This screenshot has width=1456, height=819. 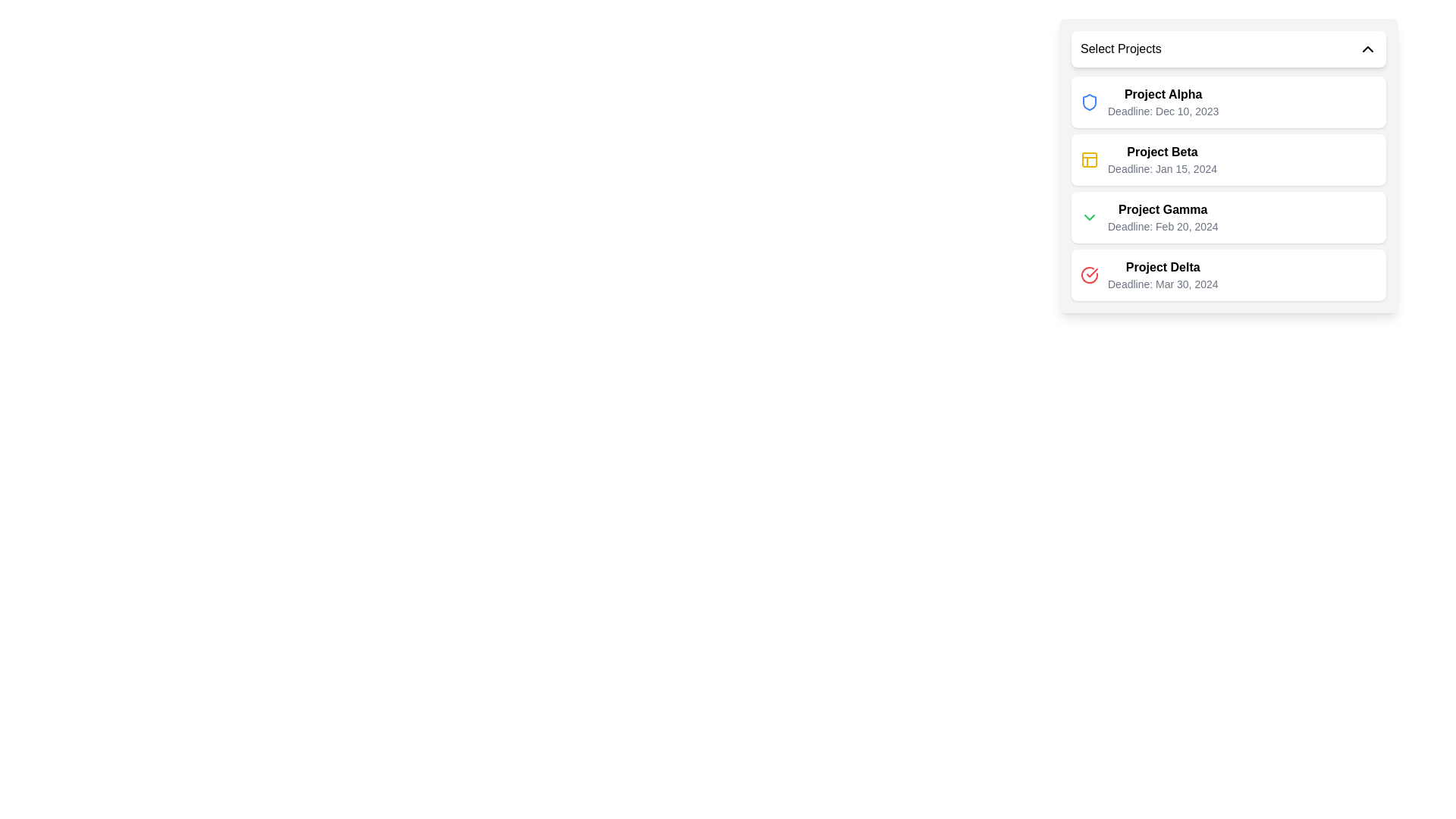 What do you see at coordinates (1088, 275) in the screenshot?
I see `the red checkmark icon indicating the status of 'Project Delta', which is the leftmost element in its row` at bounding box center [1088, 275].